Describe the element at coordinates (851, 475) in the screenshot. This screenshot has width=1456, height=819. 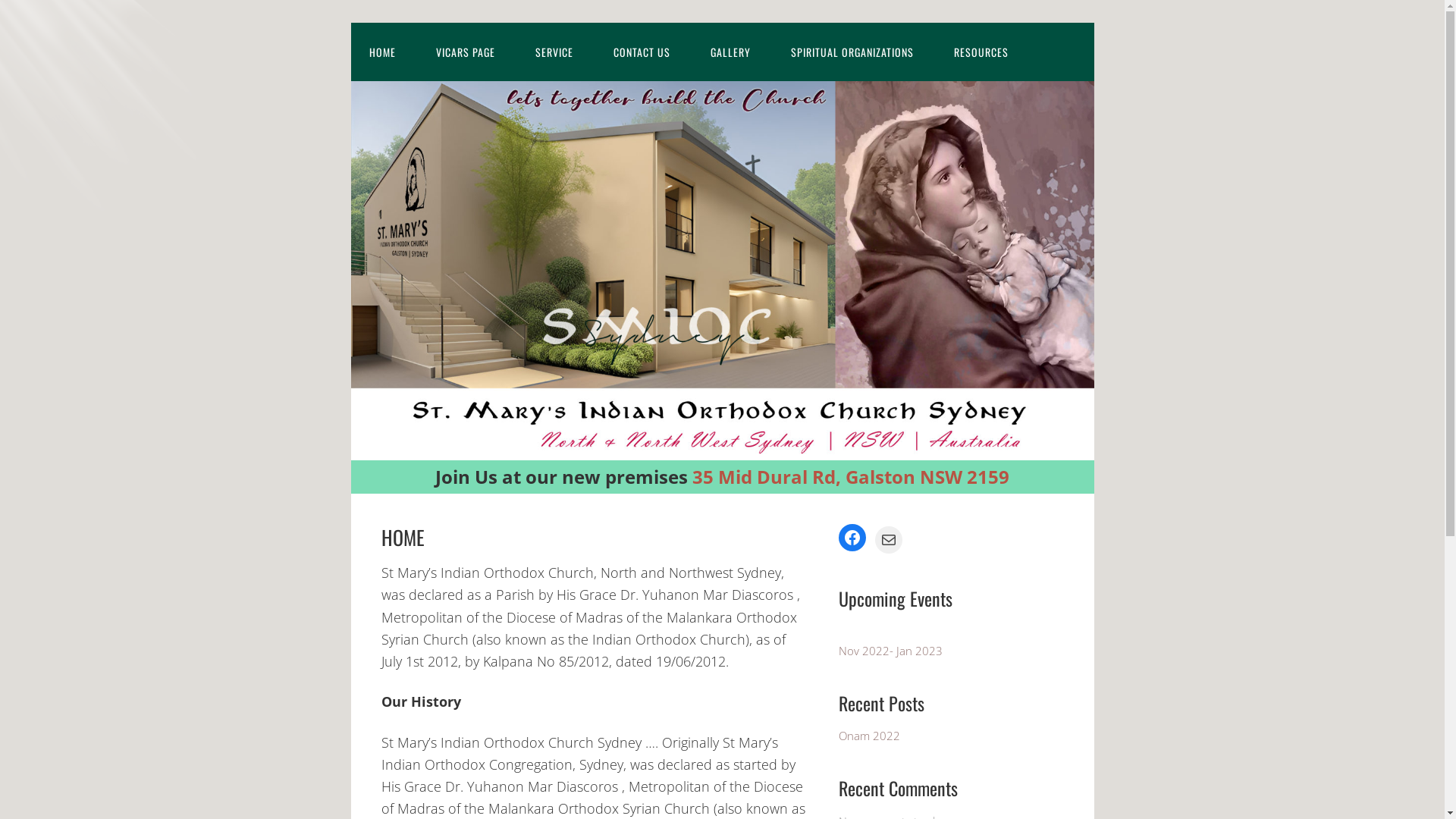
I see `'35 Mid Dural Rd, Galston NSW 2159'` at that location.